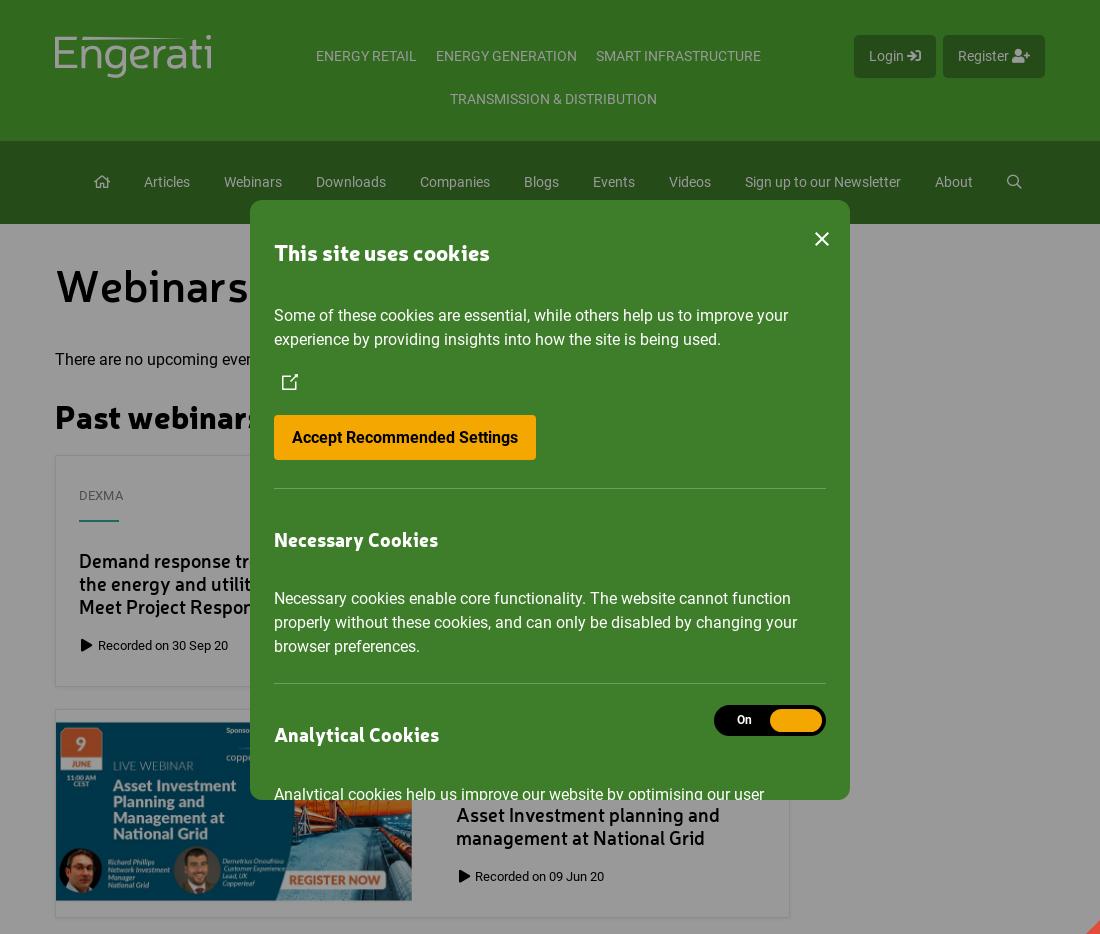  What do you see at coordinates (157, 419) in the screenshot?
I see `'Past webinars'` at bounding box center [157, 419].